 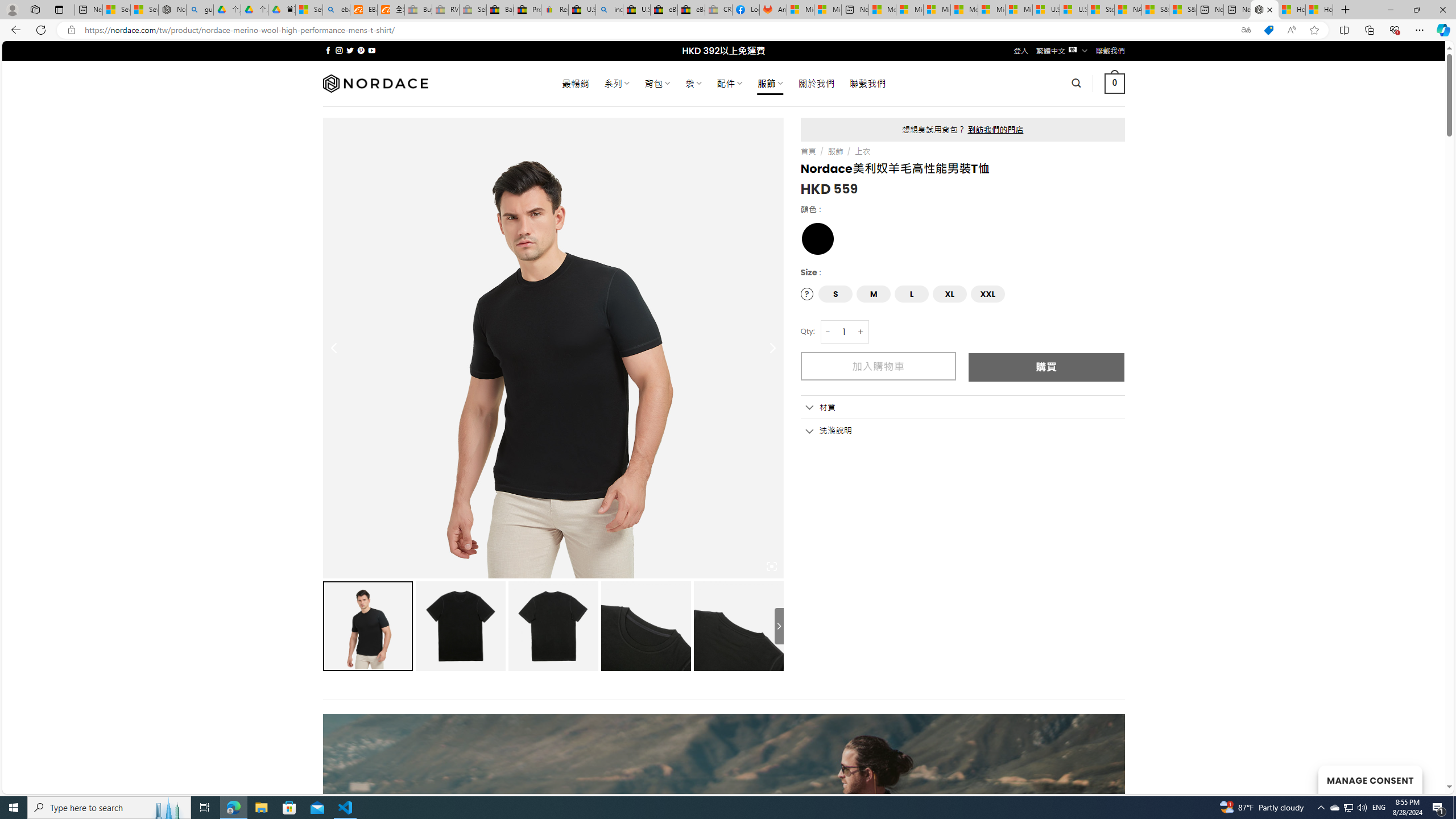 I want to click on 'Register: Create a personal eBay account', so click(x=554, y=9).